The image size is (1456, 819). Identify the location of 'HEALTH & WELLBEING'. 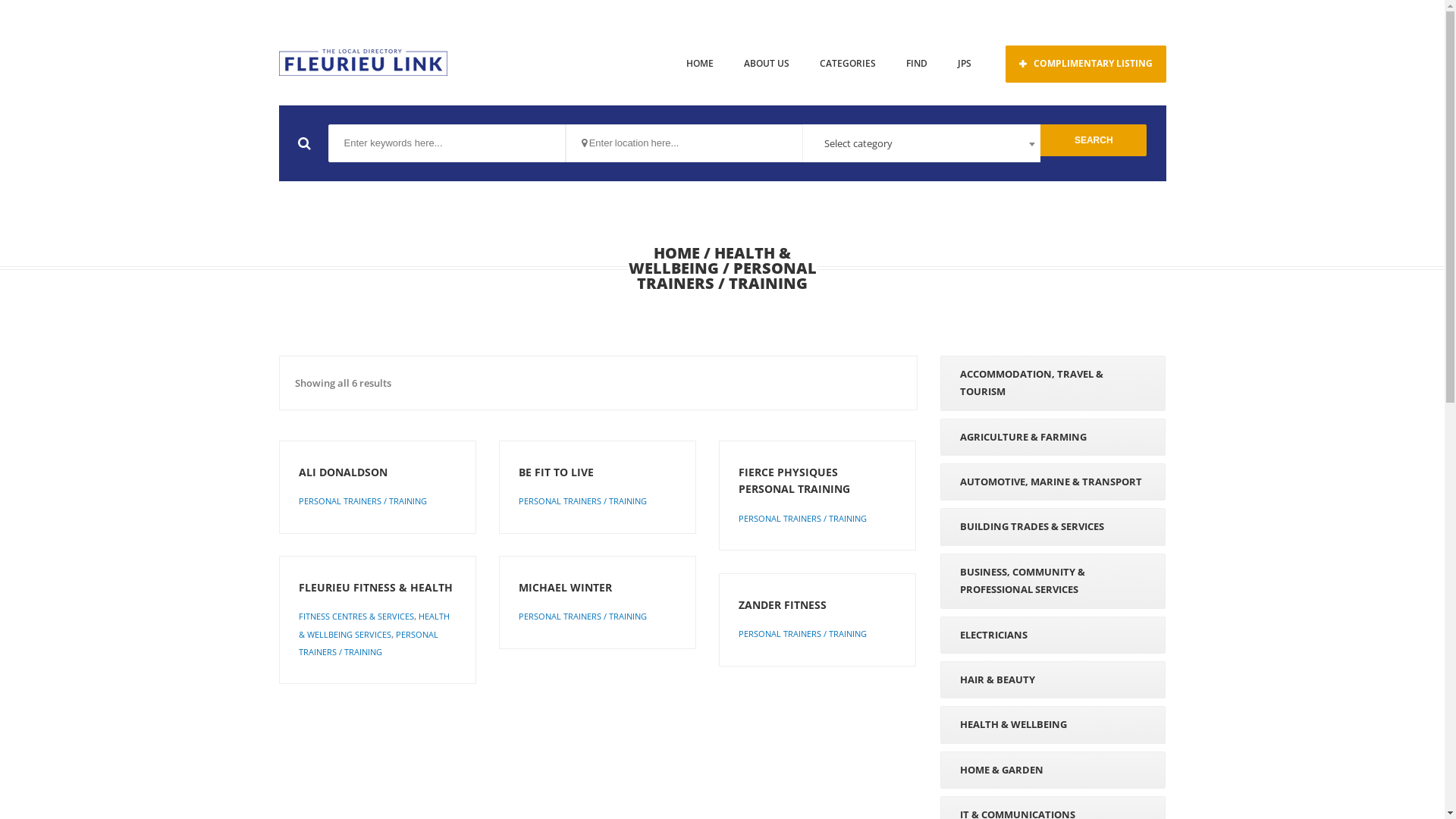
(708, 259).